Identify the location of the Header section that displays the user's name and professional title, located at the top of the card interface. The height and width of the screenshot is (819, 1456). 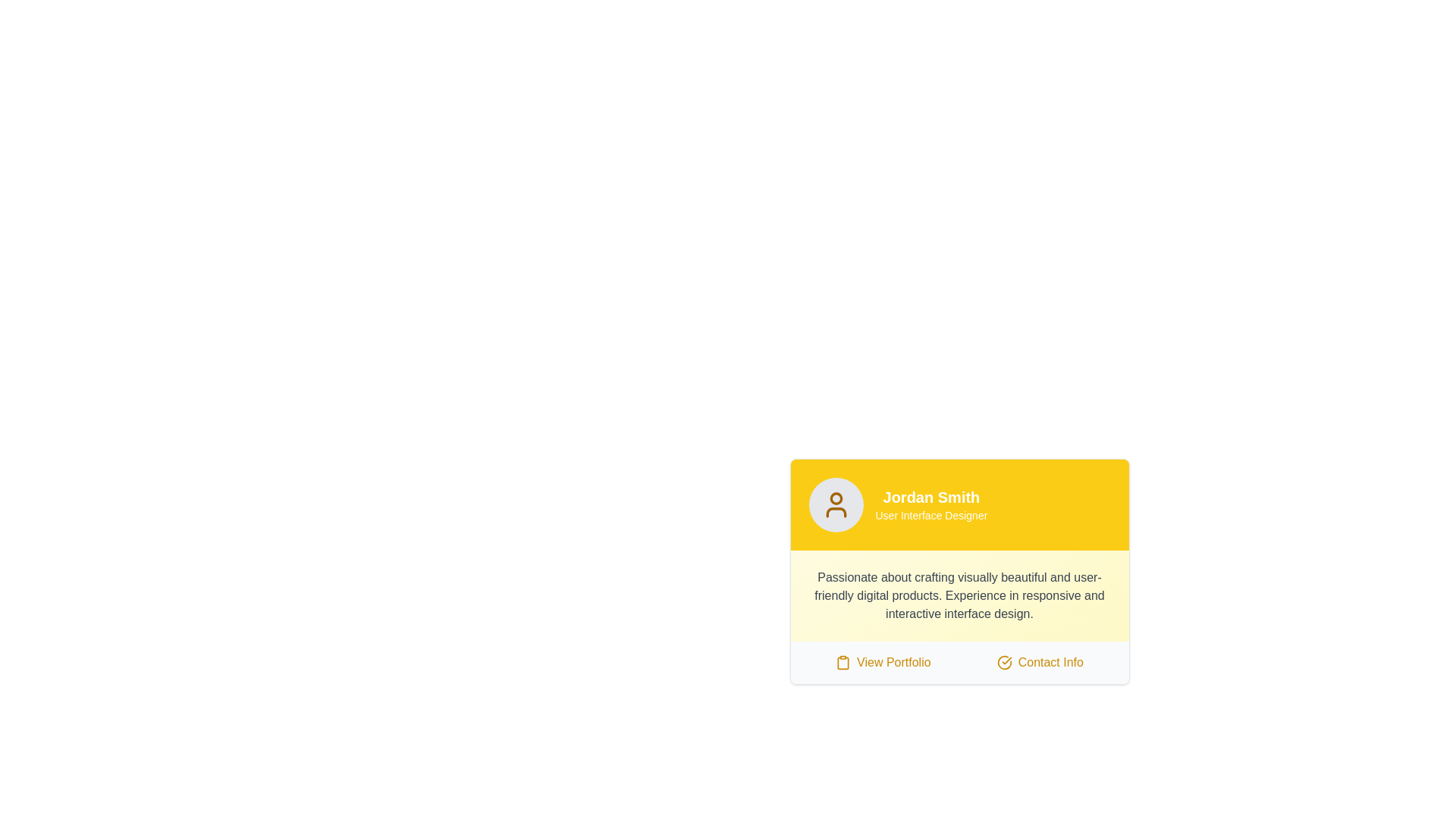
(959, 505).